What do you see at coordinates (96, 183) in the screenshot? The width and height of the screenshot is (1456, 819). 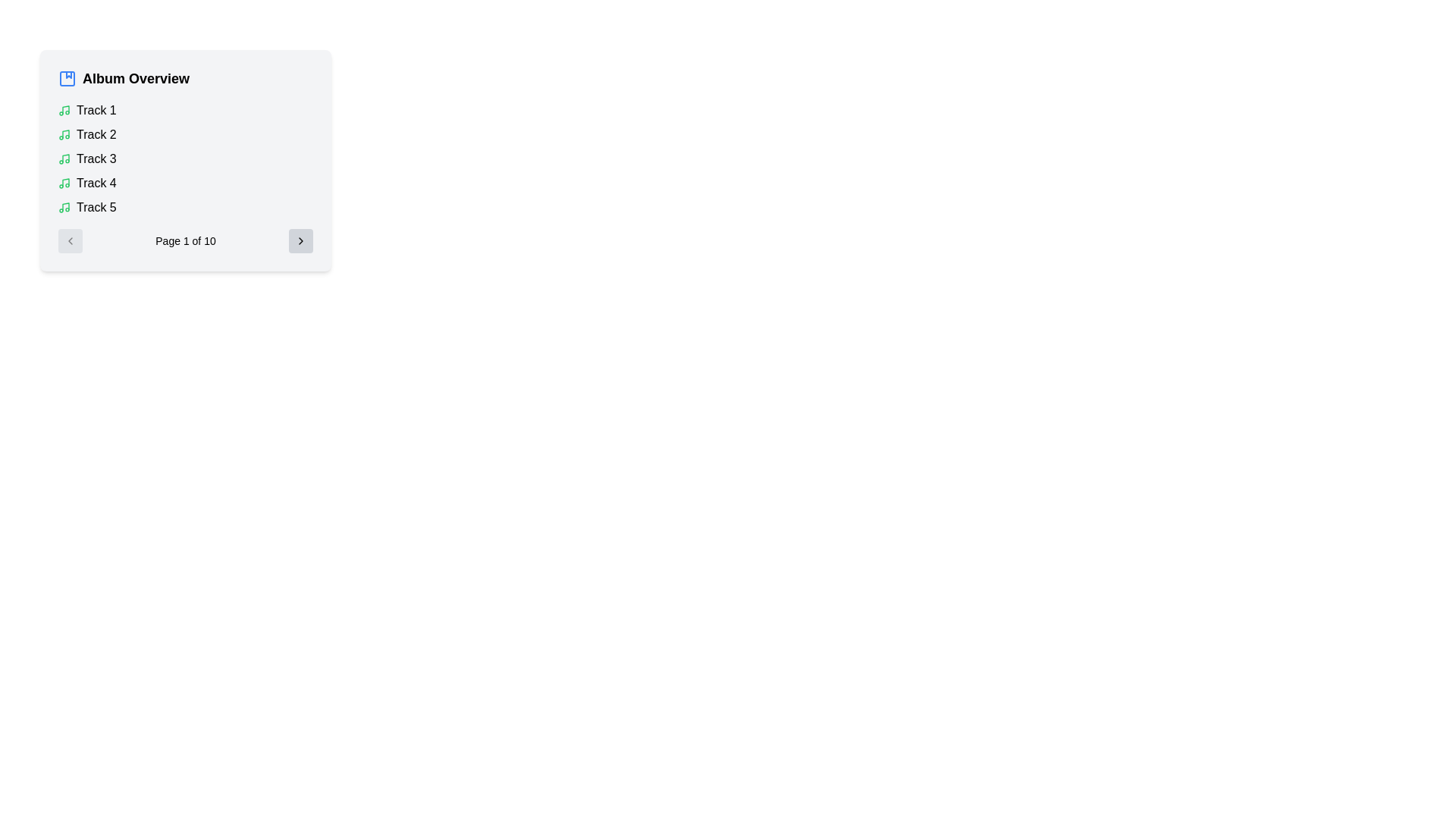 I see `the selectable text label for 'Track 4' in the album overview list` at bounding box center [96, 183].